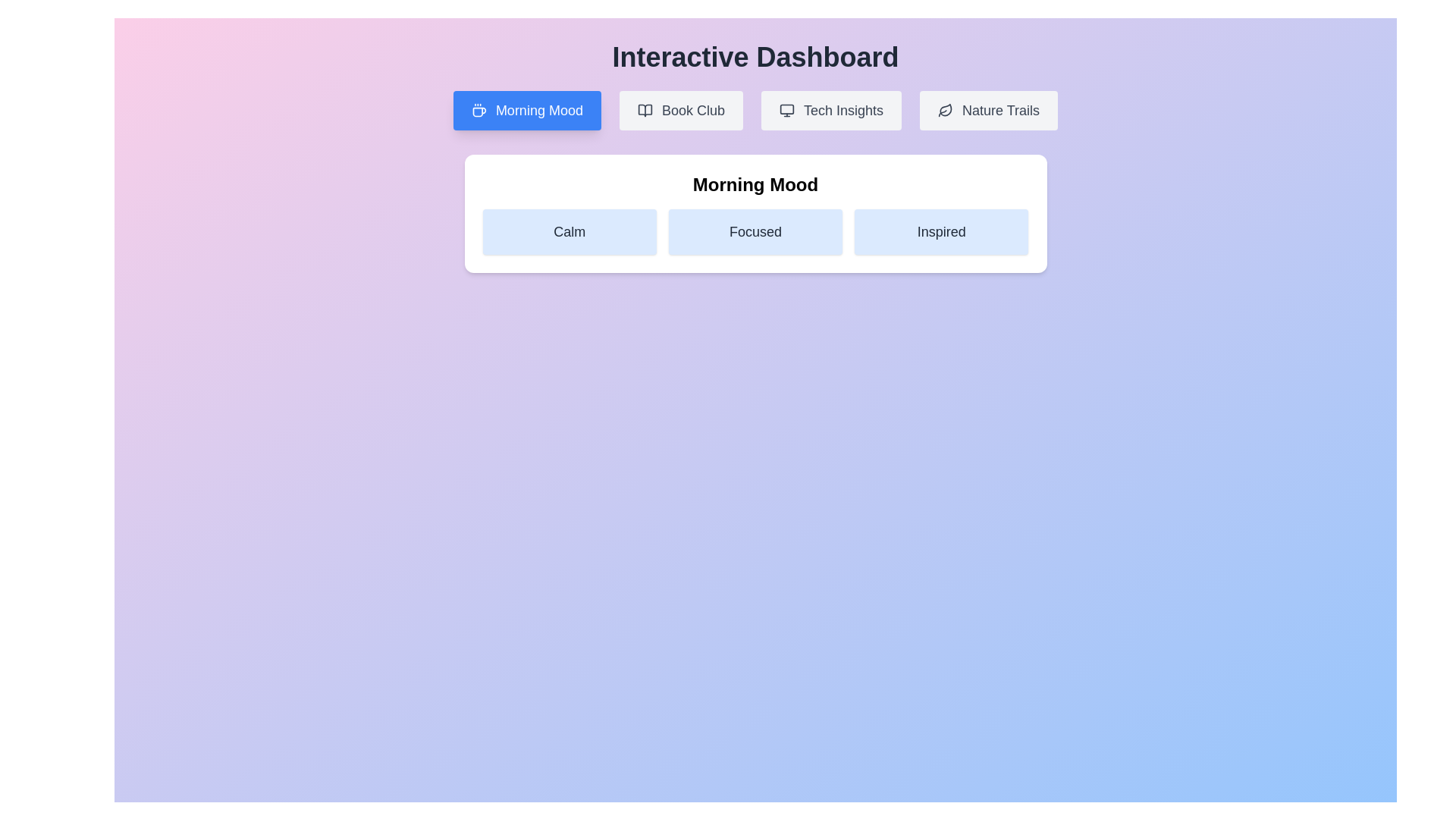 The height and width of the screenshot is (819, 1456). What do you see at coordinates (755, 231) in the screenshot?
I see `the 'Focused' button, which is the second button in the group under the 'Morning Mood' heading, characterized by its light blue background and dark gray text` at bounding box center [755, 231].